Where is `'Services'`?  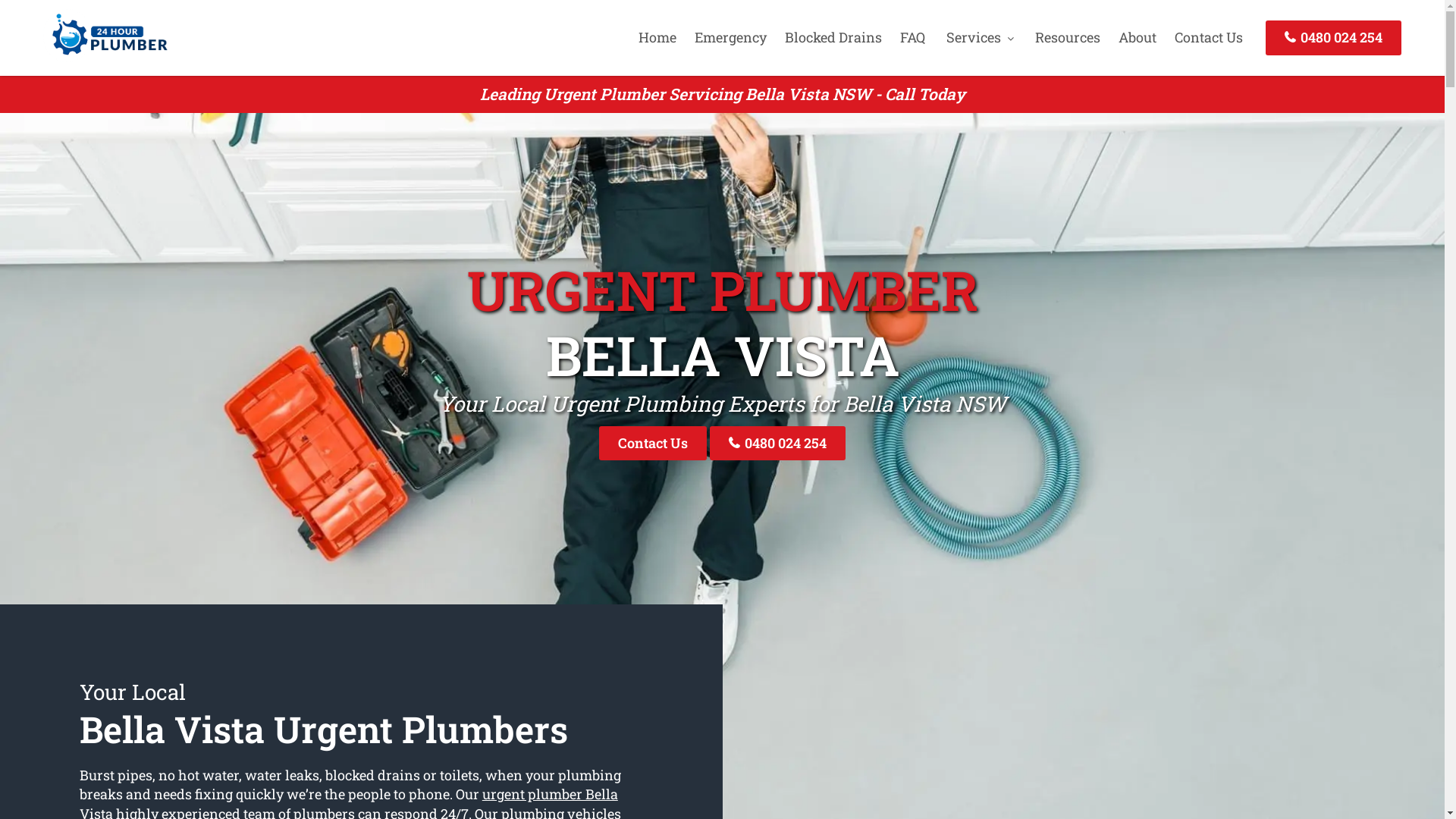
'Services' is located at coordinates (980, 36).